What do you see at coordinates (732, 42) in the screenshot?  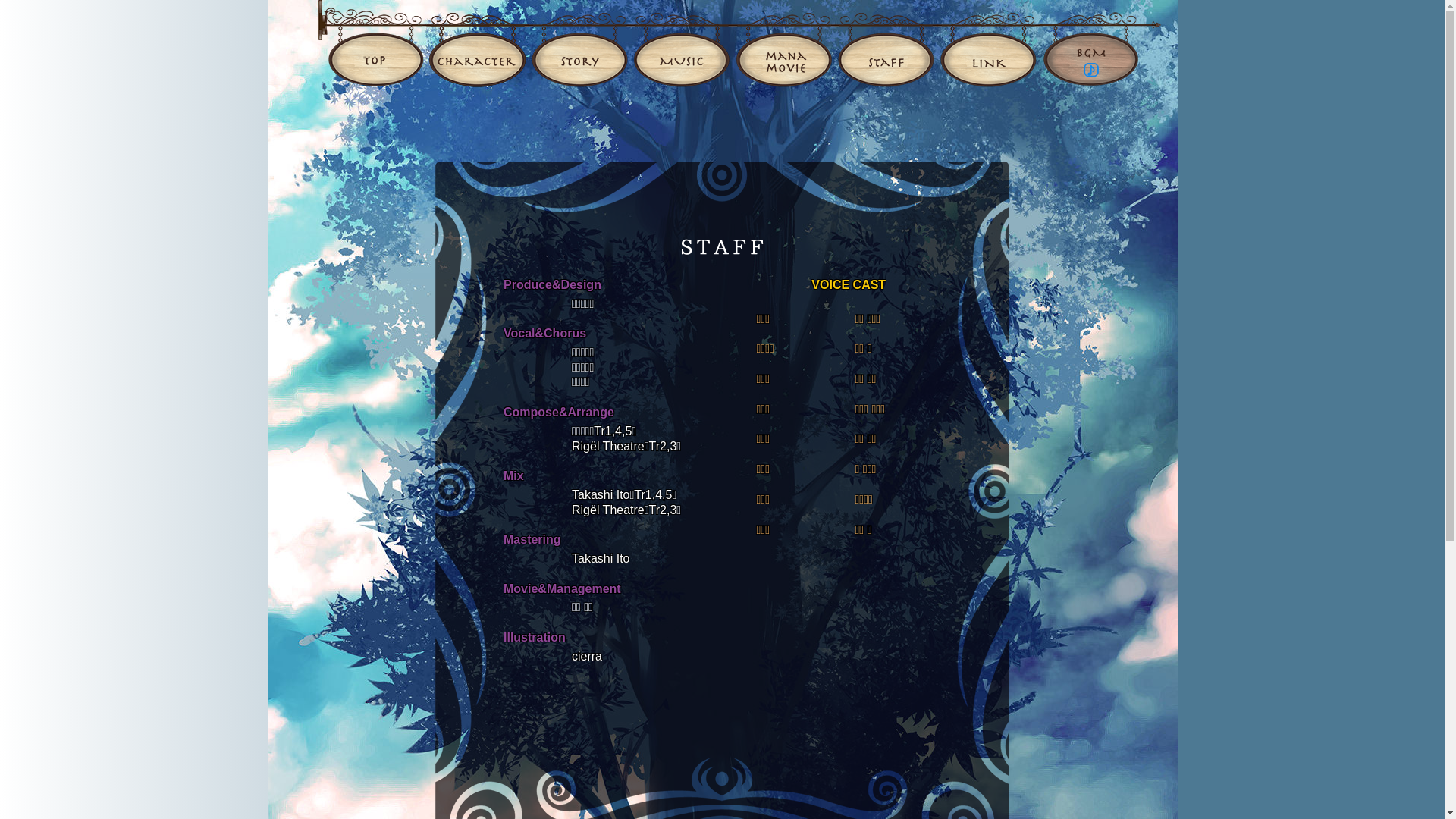 I see `'MANAMOVIE'` at bounding box center [732, 42].